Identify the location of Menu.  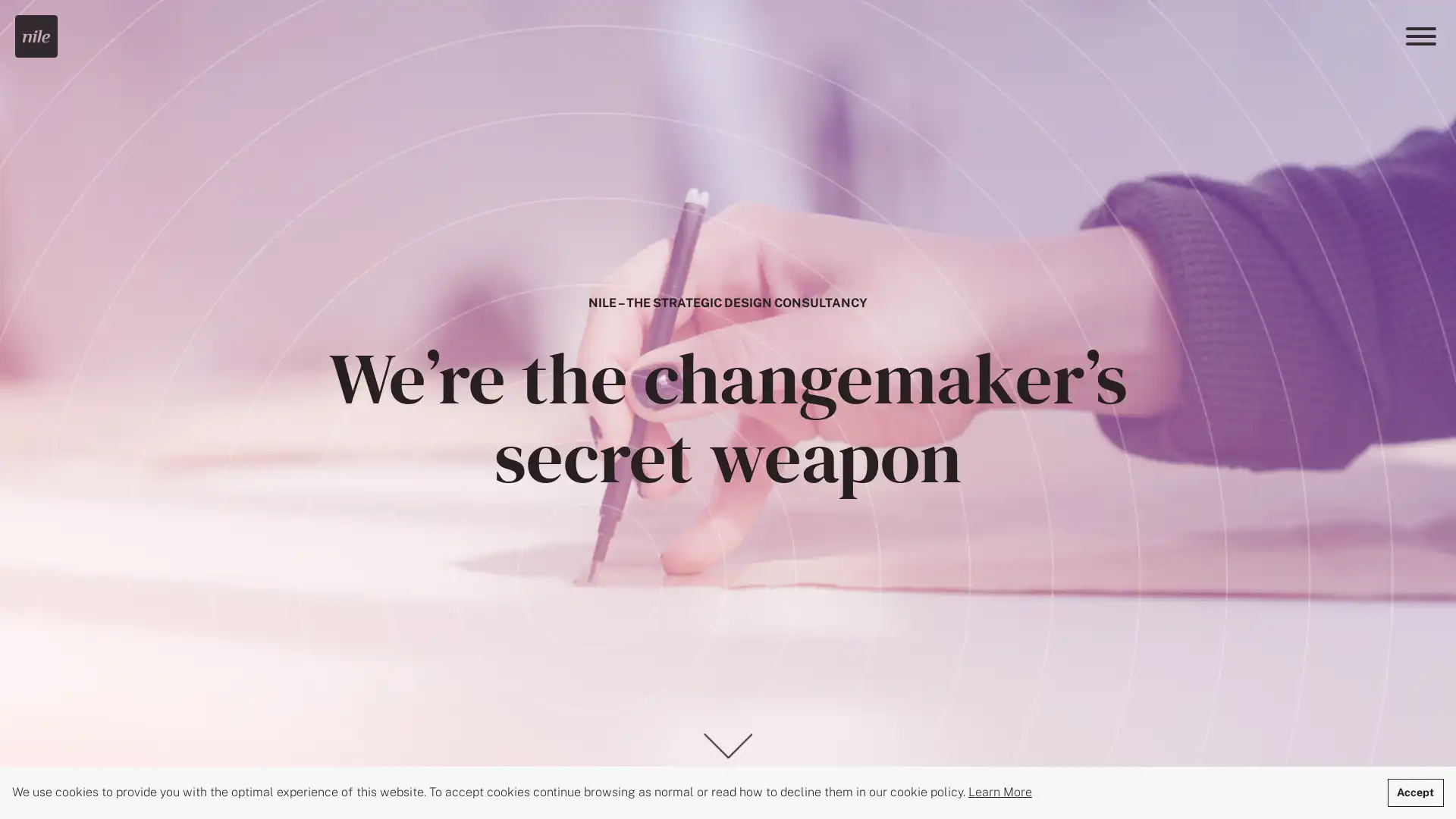
(1420, 35).